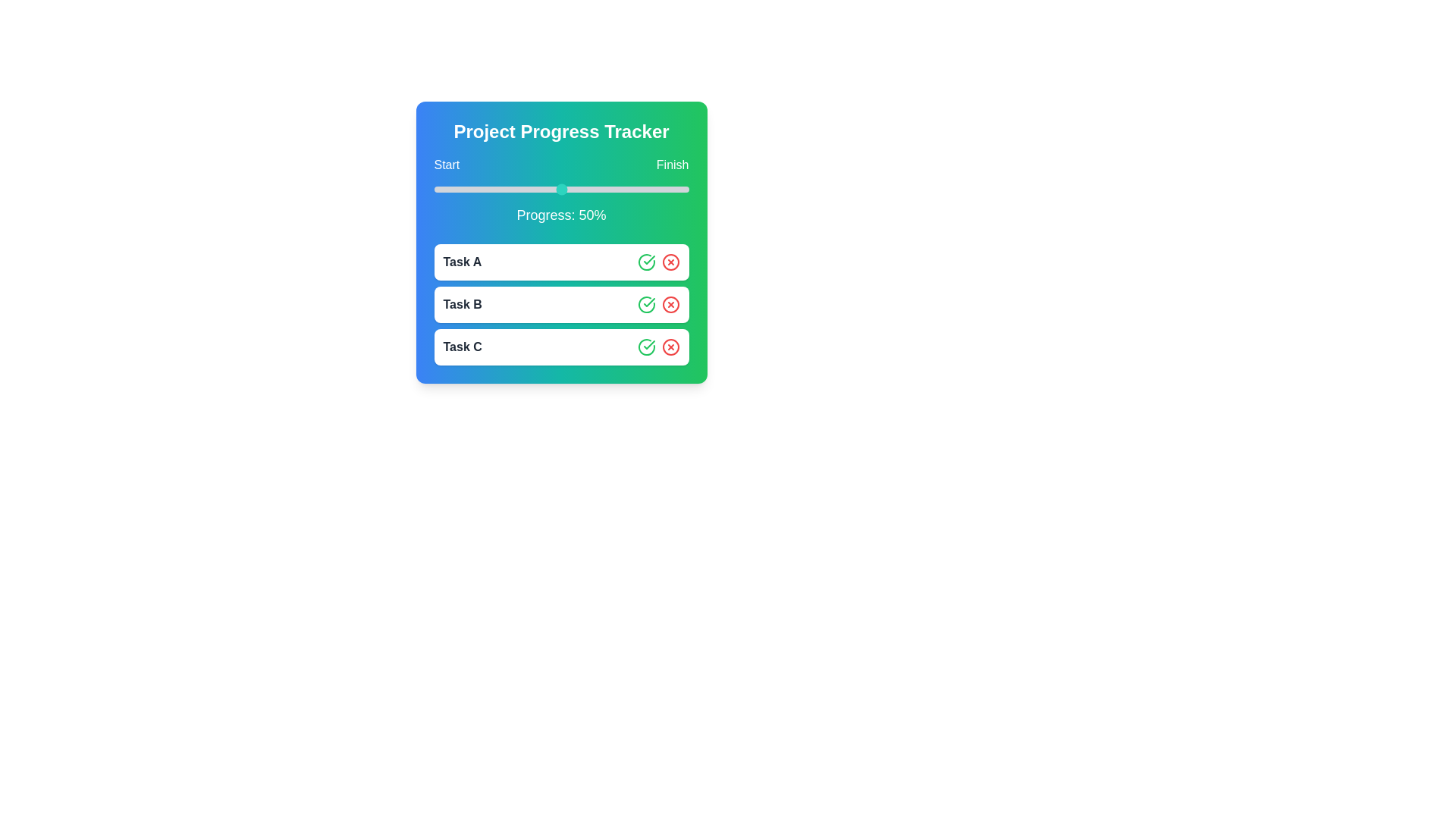  Describe the element at coordinates (462, 347) in the screenshot. I see `the task name Task C to focus or select it` at that location.